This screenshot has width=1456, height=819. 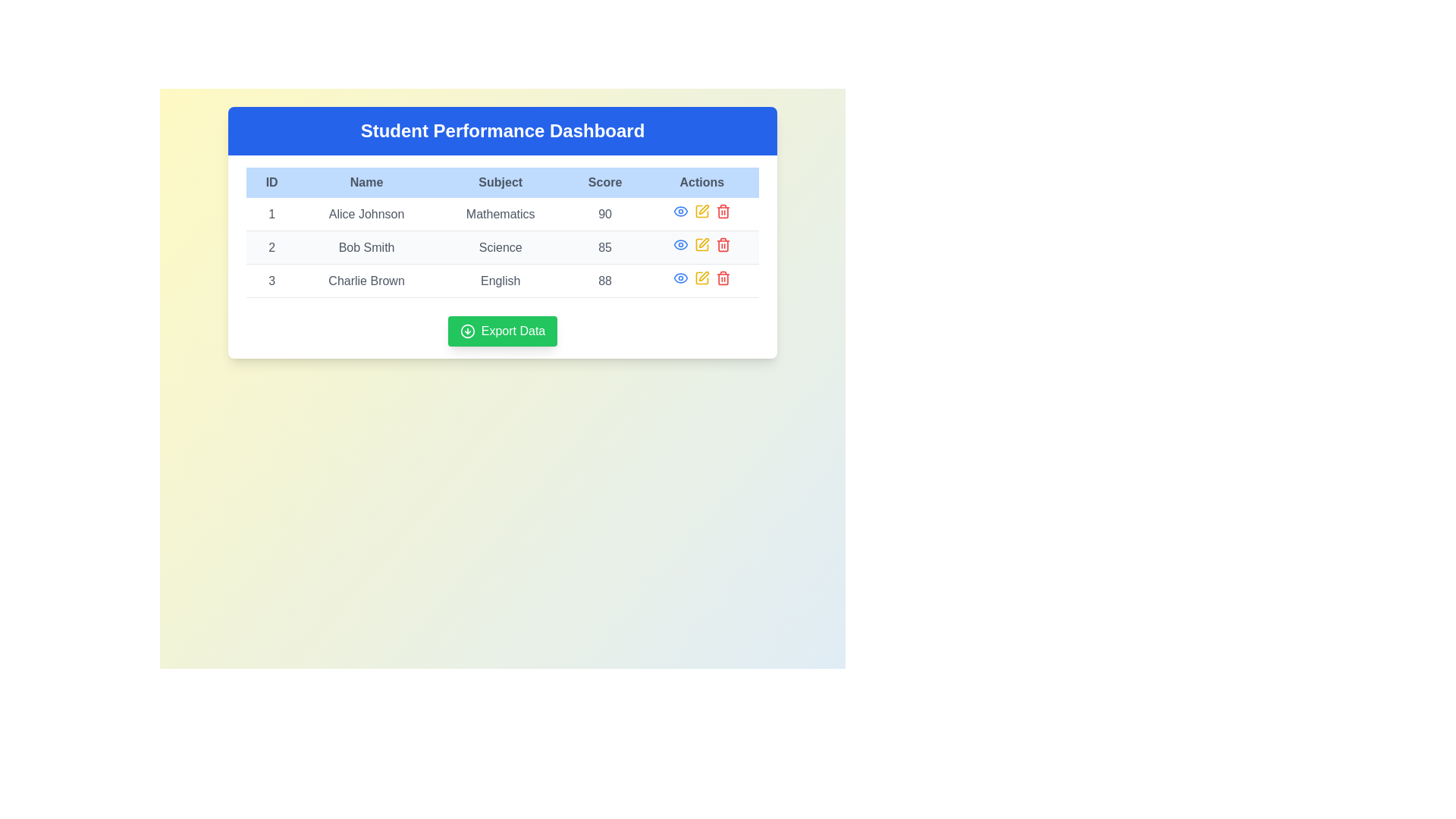 I want to click on the cell data of the second row in the student performance table, which contains the ID '2', Name 'Bob Smith', Subject 'Science', and Score '85', so click(x=502, y=246).